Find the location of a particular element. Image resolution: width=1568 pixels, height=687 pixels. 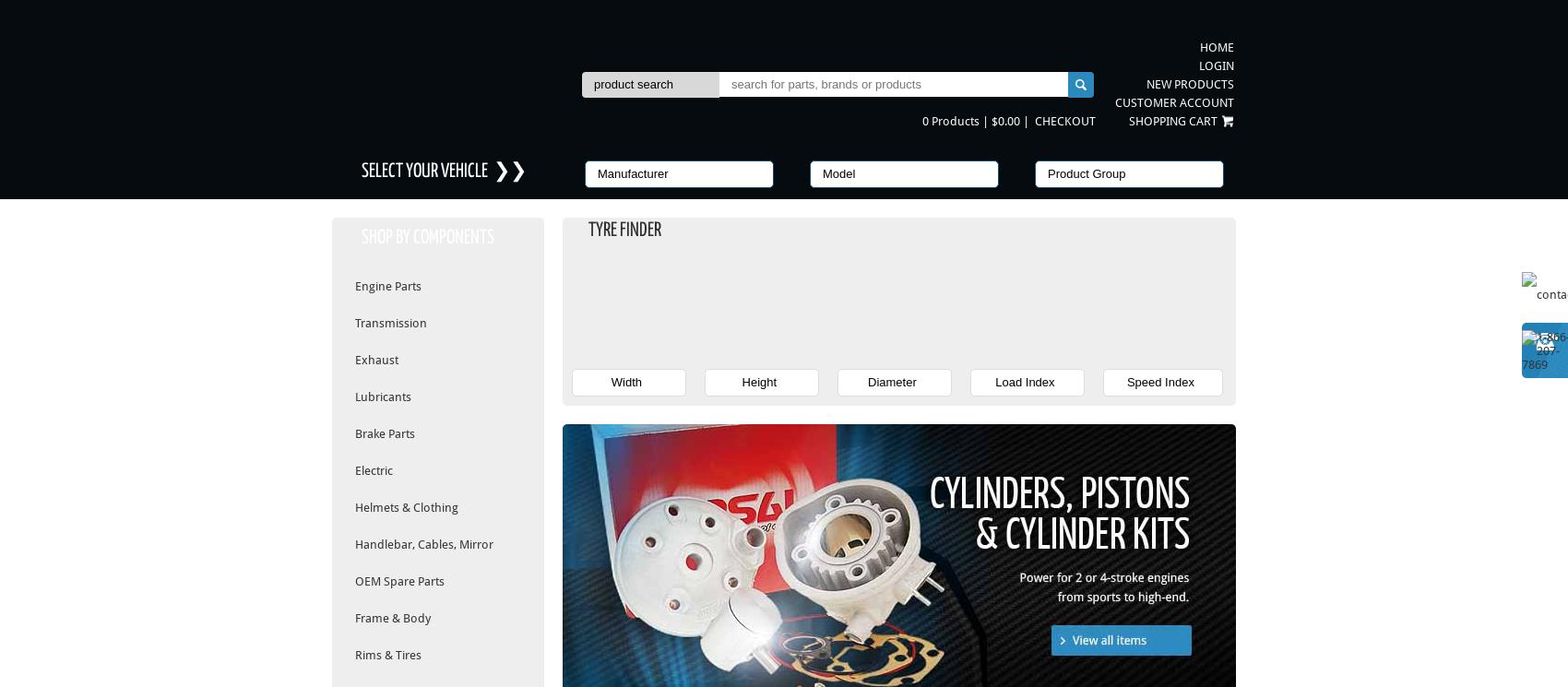

'Login' is located at coordinates (1217, 65).